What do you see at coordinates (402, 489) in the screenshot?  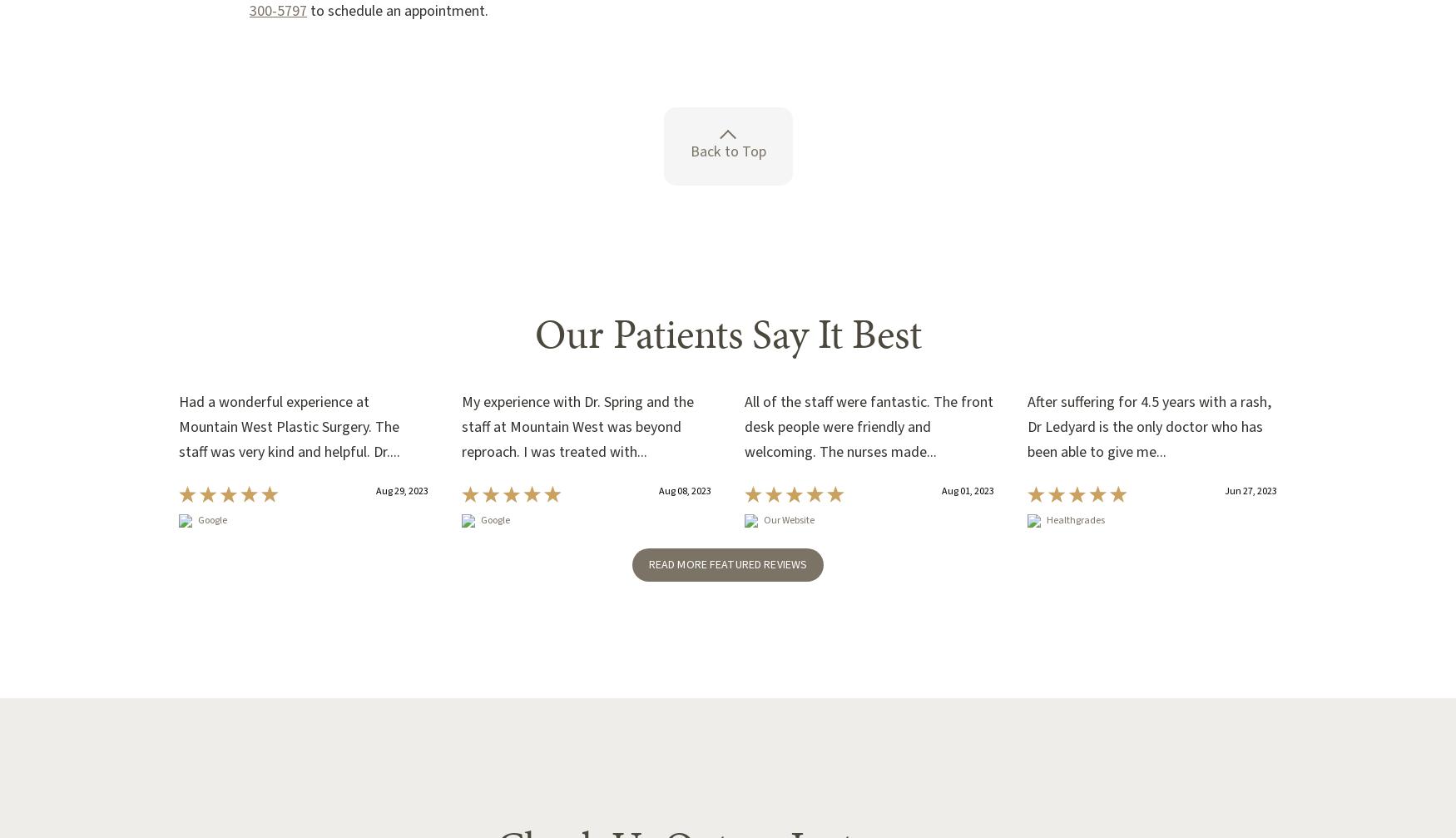 I see `'Aug 29, 2023'` at bounding box center [402, 489].